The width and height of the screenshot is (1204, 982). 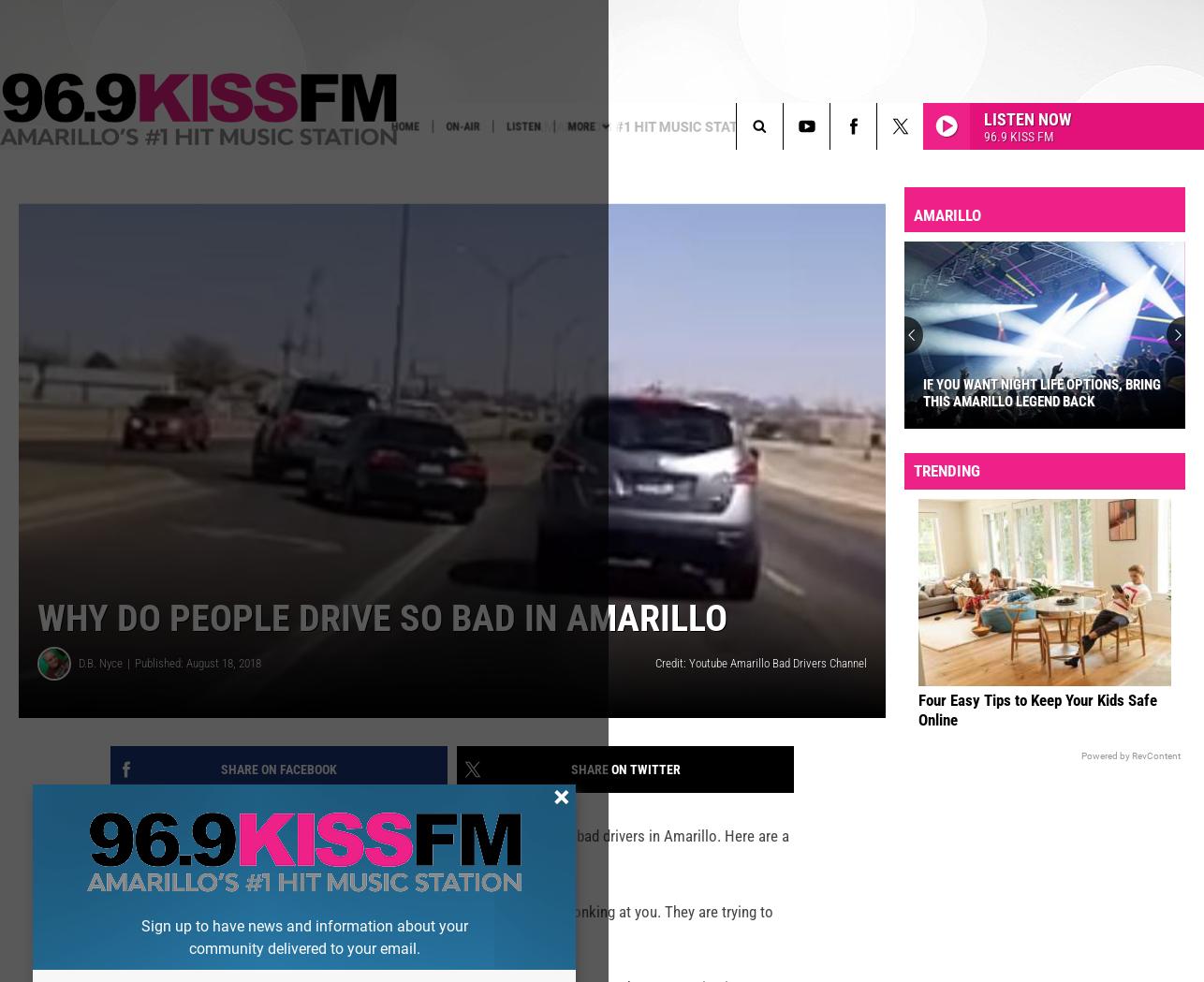 What do you see at coordinates (569, 799) in the screenshot?
I see `'Share on Twitter'` at bounding box center [569, 799].